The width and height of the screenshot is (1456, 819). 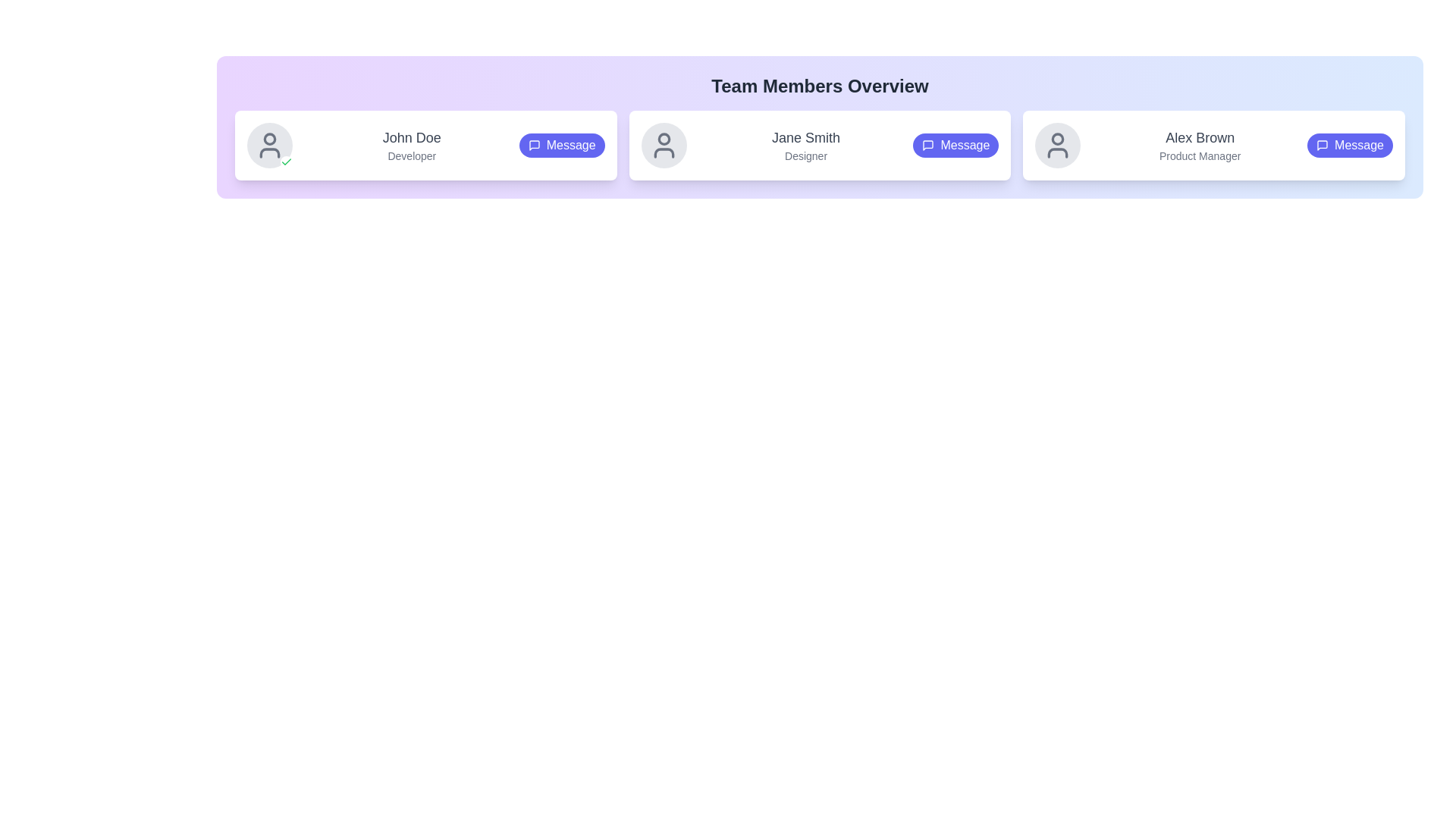 What do you see at coordinates (1199, 155) in the screenshot?
I see `the text label displaying 'Product Manager' that is styled in a small gray font and positioned directly below 'Alex Brown'` at bounding box center [1199, 155].